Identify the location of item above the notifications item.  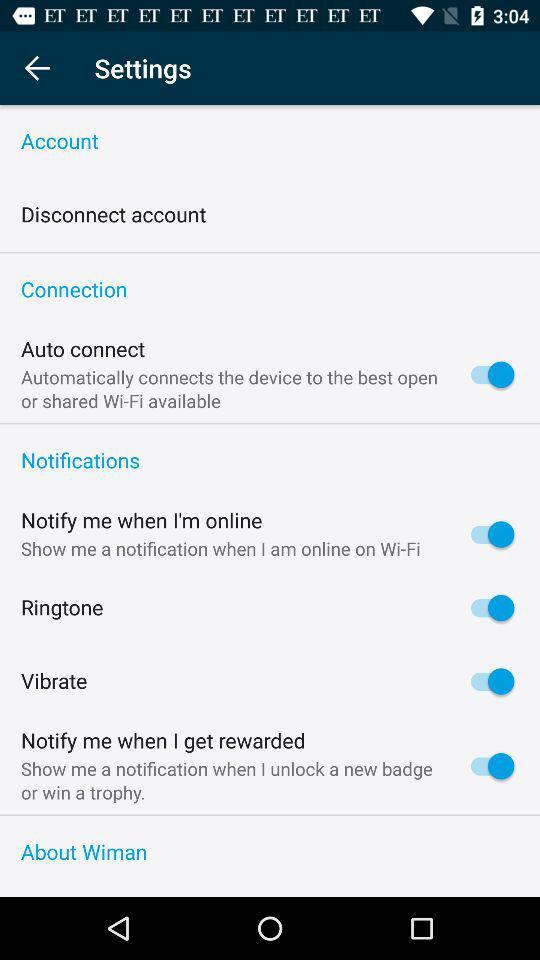
(270, 423).